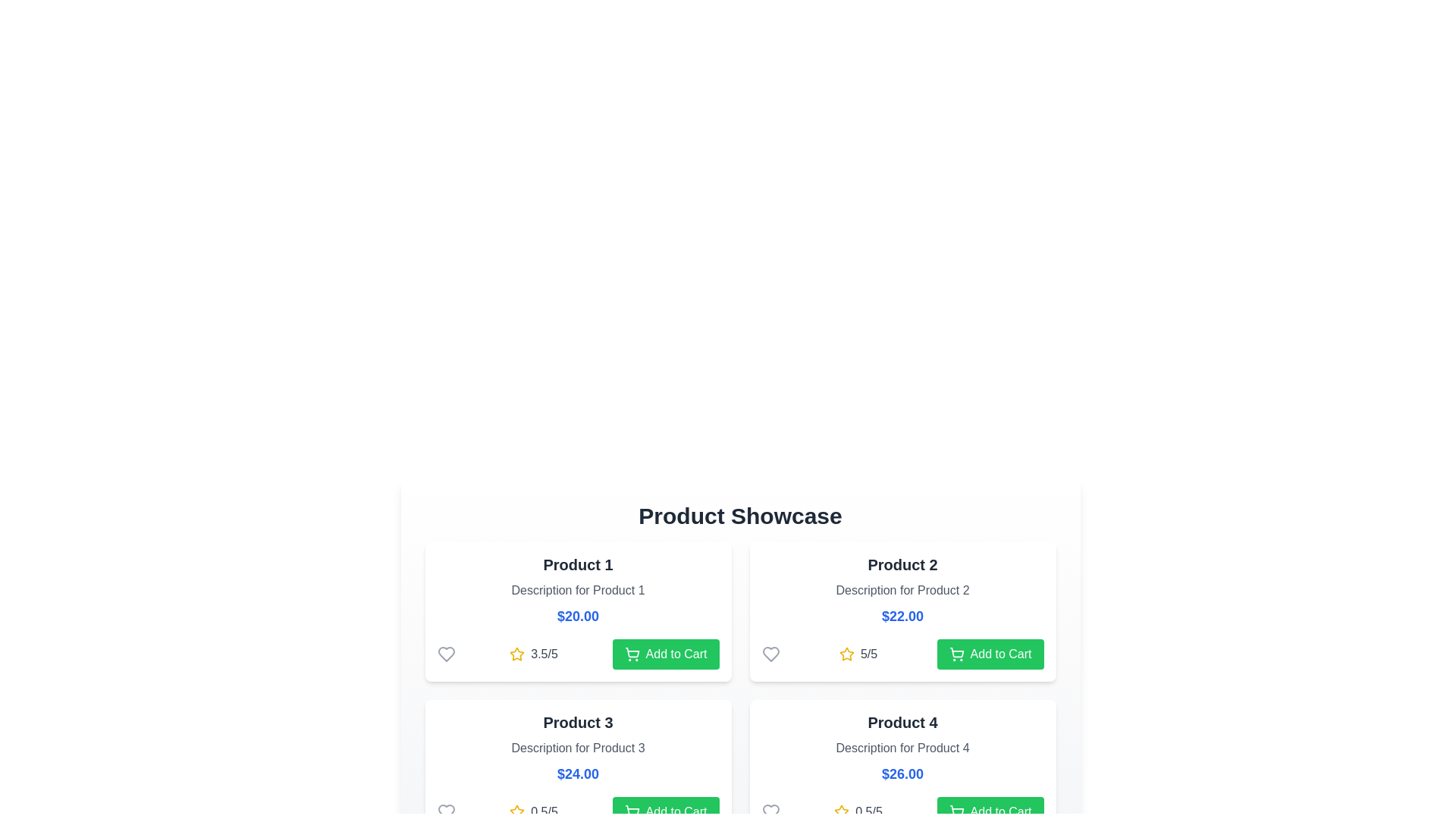 The height and width of the screenshot is (819, 1456). I want to click on the center of the hollow heart icon outlined with fine lines in the 'Product 2' tile of the 'Product Showcase' grid layout, so click(770, 654).